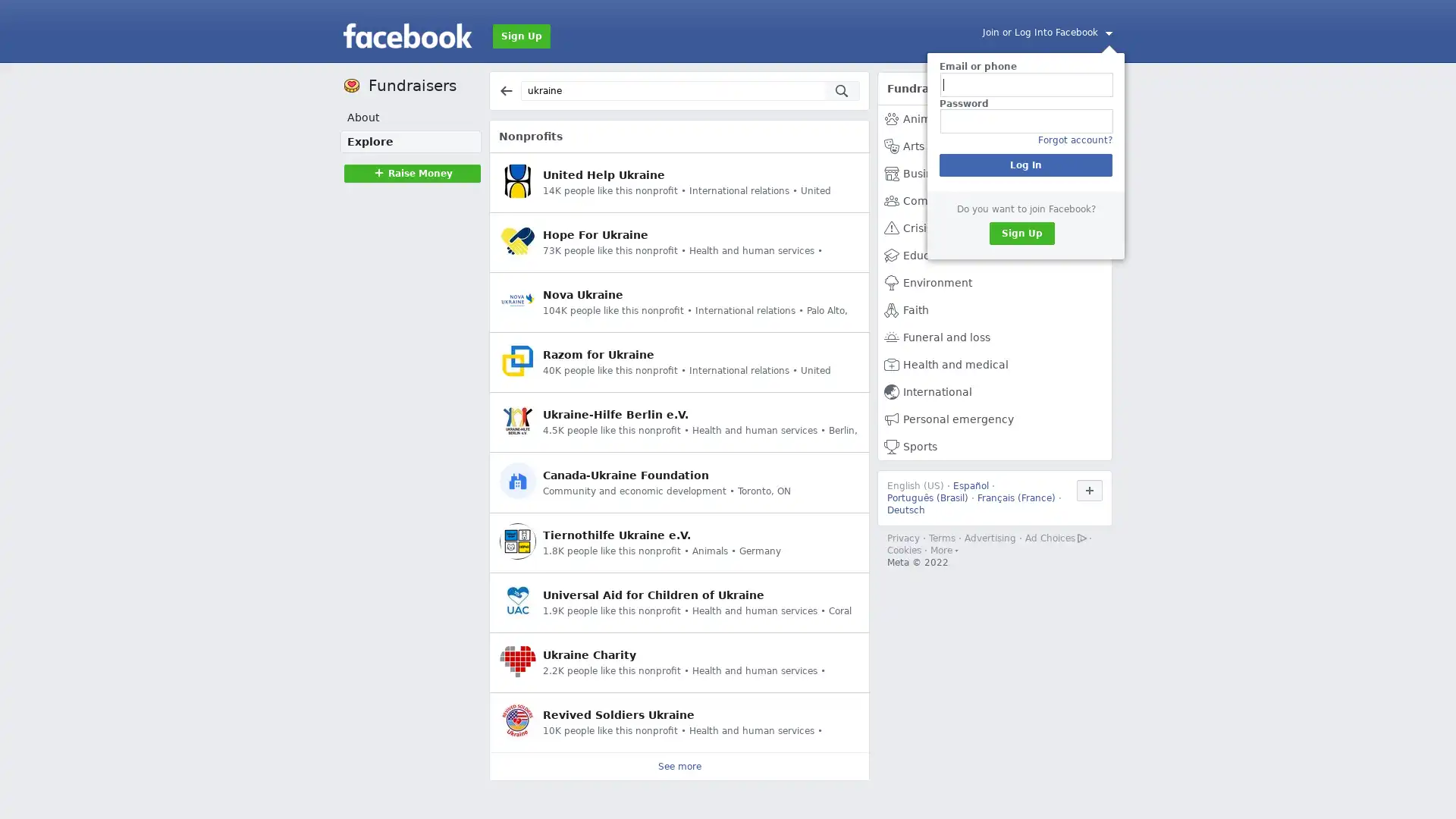  Describe the element at coordinates (679, 765) in the screenshot. I see `See more` at that location.